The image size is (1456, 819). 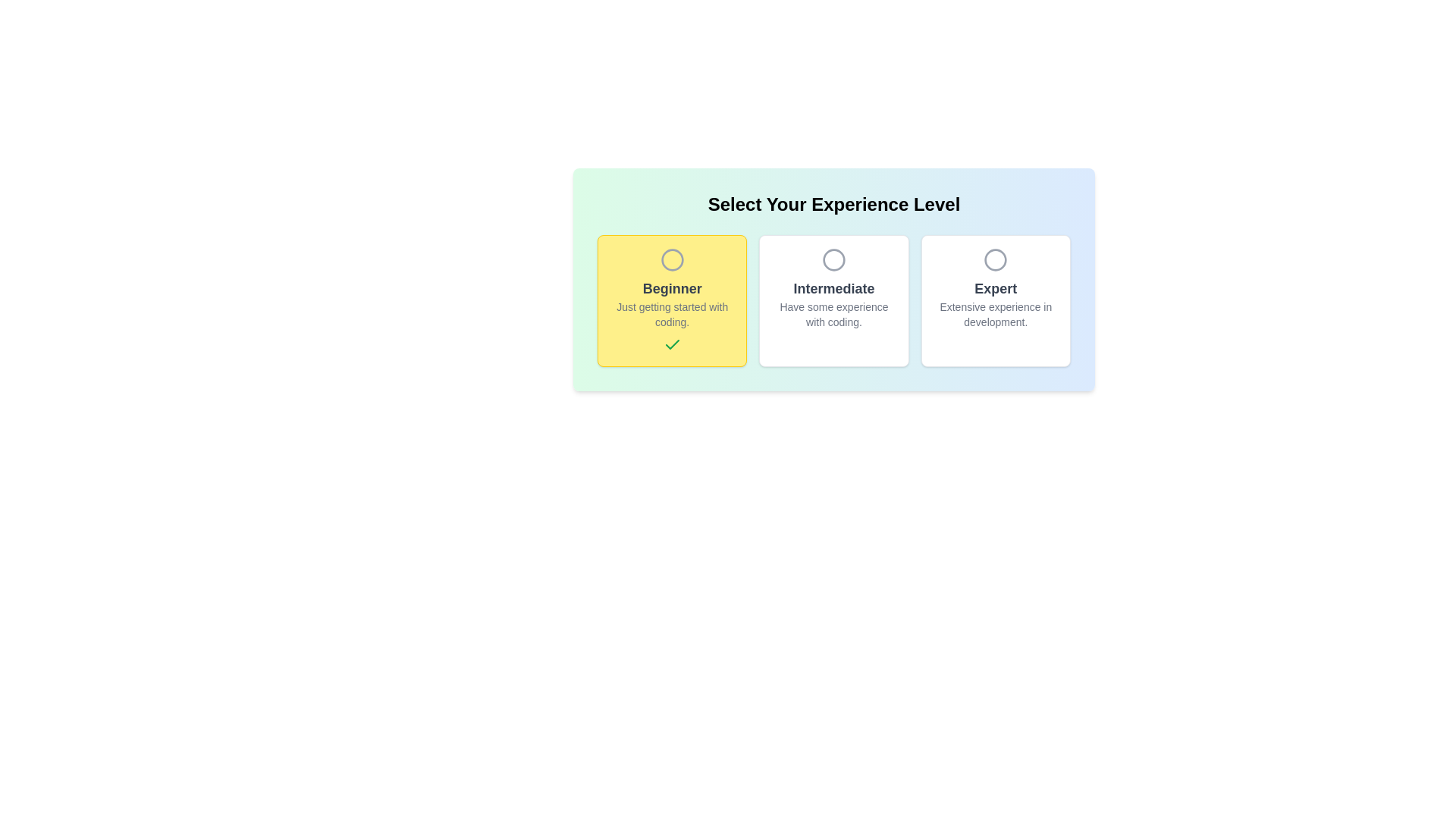 What do you see at coordinates (996, 304) in the screenshot?
I see `the text content descriptor labeled 'Expert' which provides information about the 'Expert' experience level, located as the third card in the 'Select Your Experience Level' section` at bounding box center [996, 304].